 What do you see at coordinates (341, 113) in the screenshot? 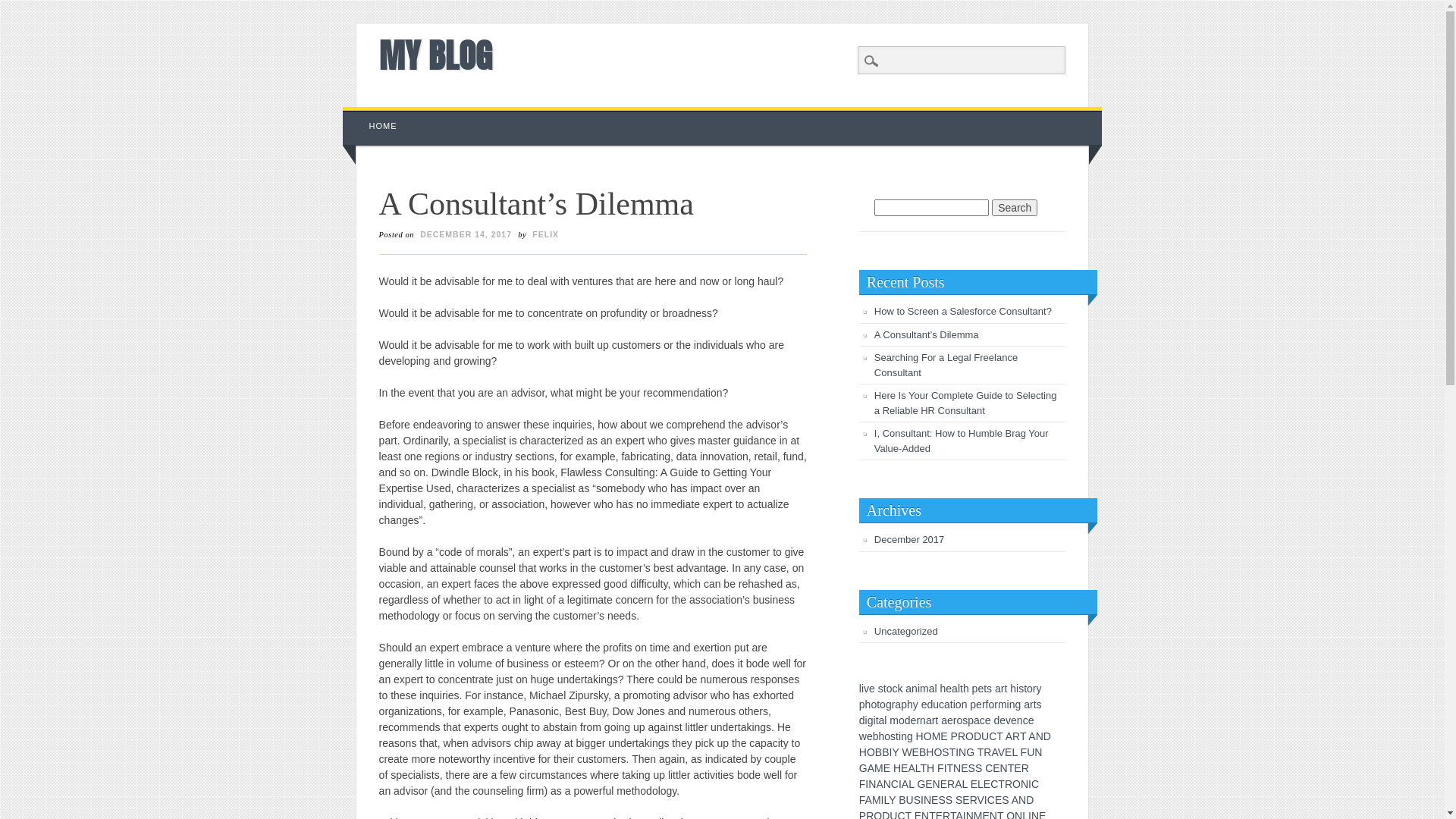
I see `'Skip to content'` at bounding box center [341, 113].